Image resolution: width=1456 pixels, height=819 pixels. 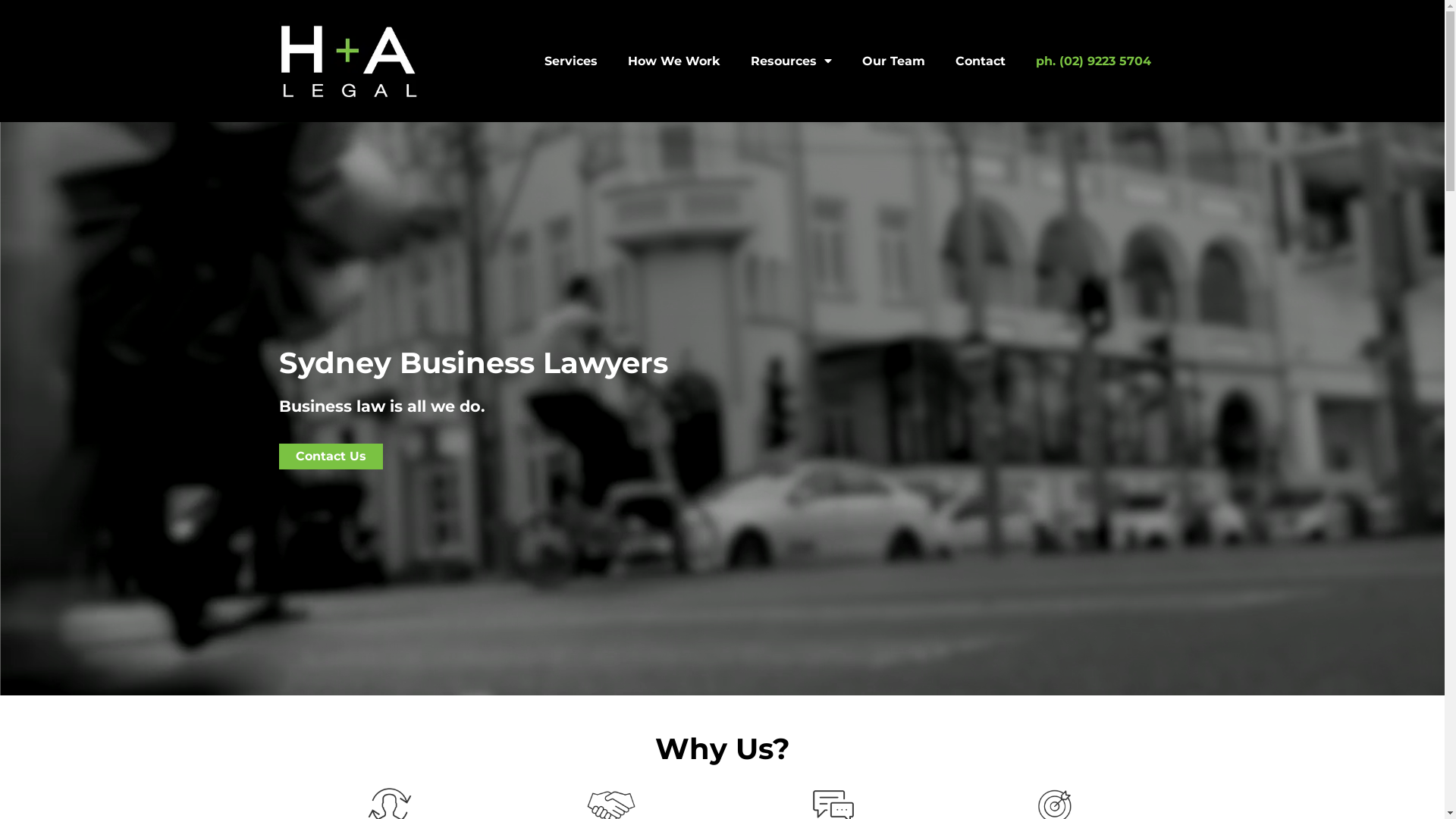 I want to click on 'Contact Us', so click(x=330, y=455).